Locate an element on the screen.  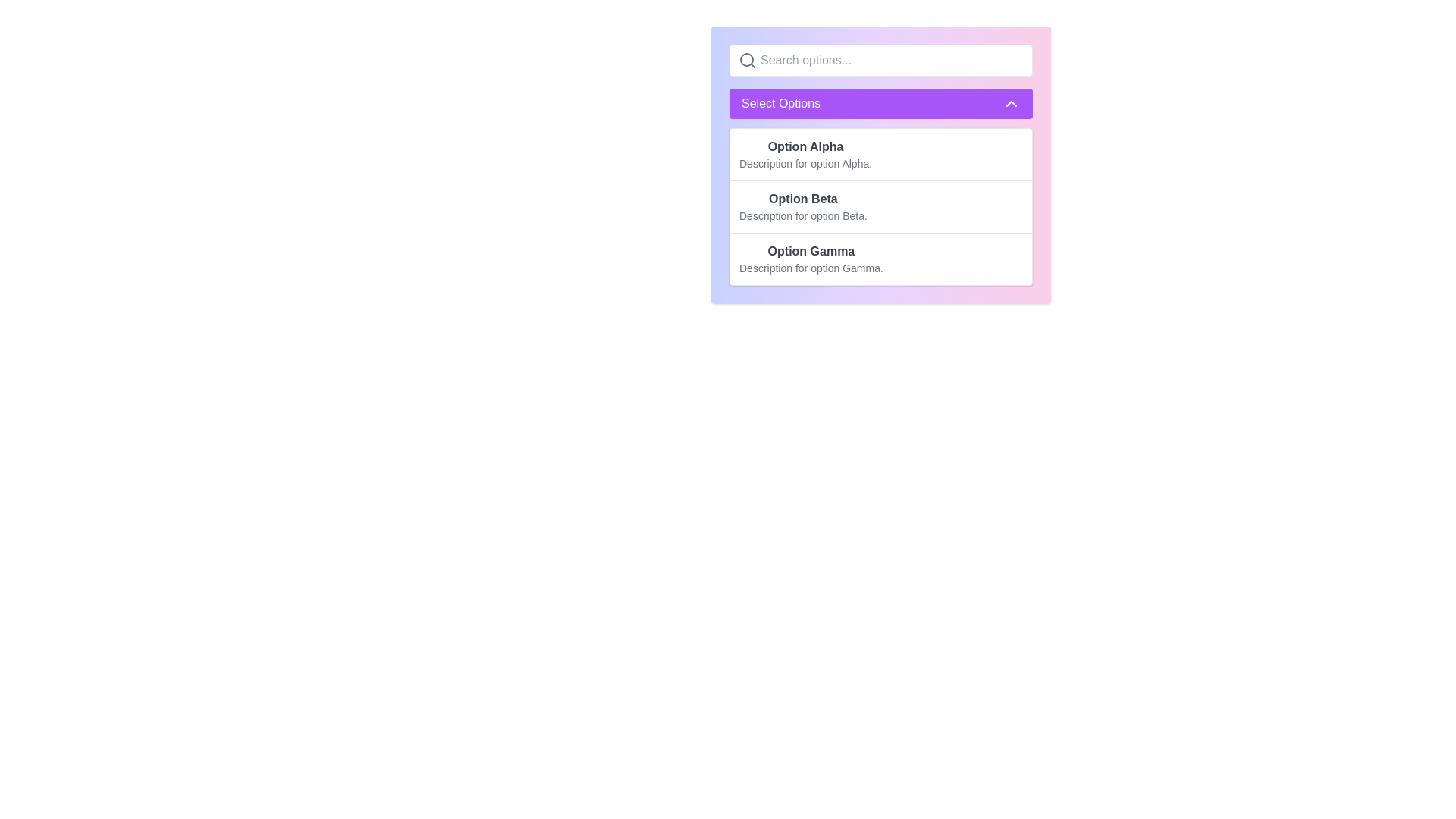
the decorative circle in the SVG element representing the glass lens of a magnifying glass icon, located in the top-left corner of the search bar is located at coordinates (746, 58).